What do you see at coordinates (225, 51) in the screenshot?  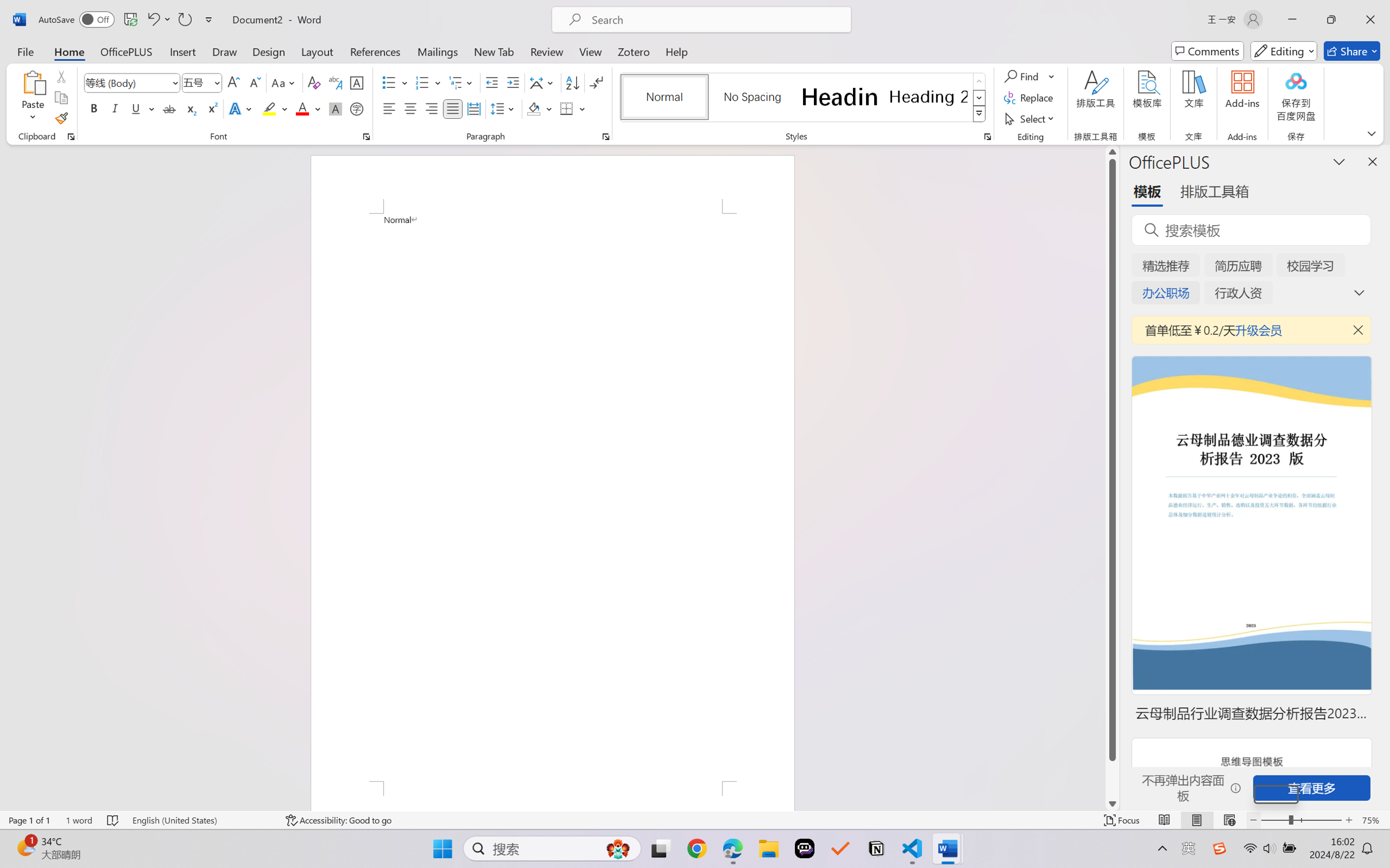 I see `'Draw'` at bounding box center [225, 51].